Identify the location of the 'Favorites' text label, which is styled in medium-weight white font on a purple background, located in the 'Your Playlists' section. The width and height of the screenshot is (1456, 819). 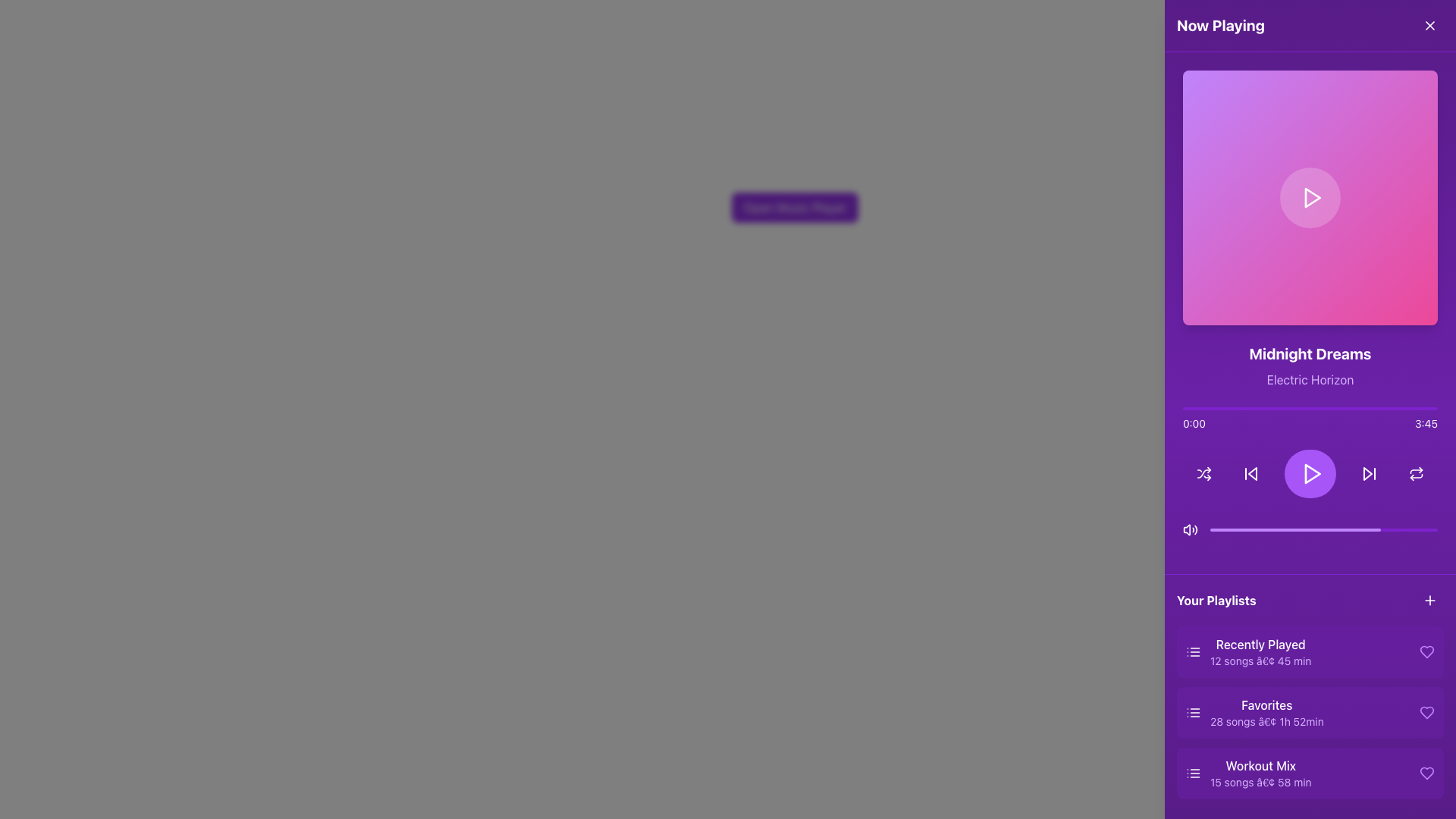
(1266, 704).